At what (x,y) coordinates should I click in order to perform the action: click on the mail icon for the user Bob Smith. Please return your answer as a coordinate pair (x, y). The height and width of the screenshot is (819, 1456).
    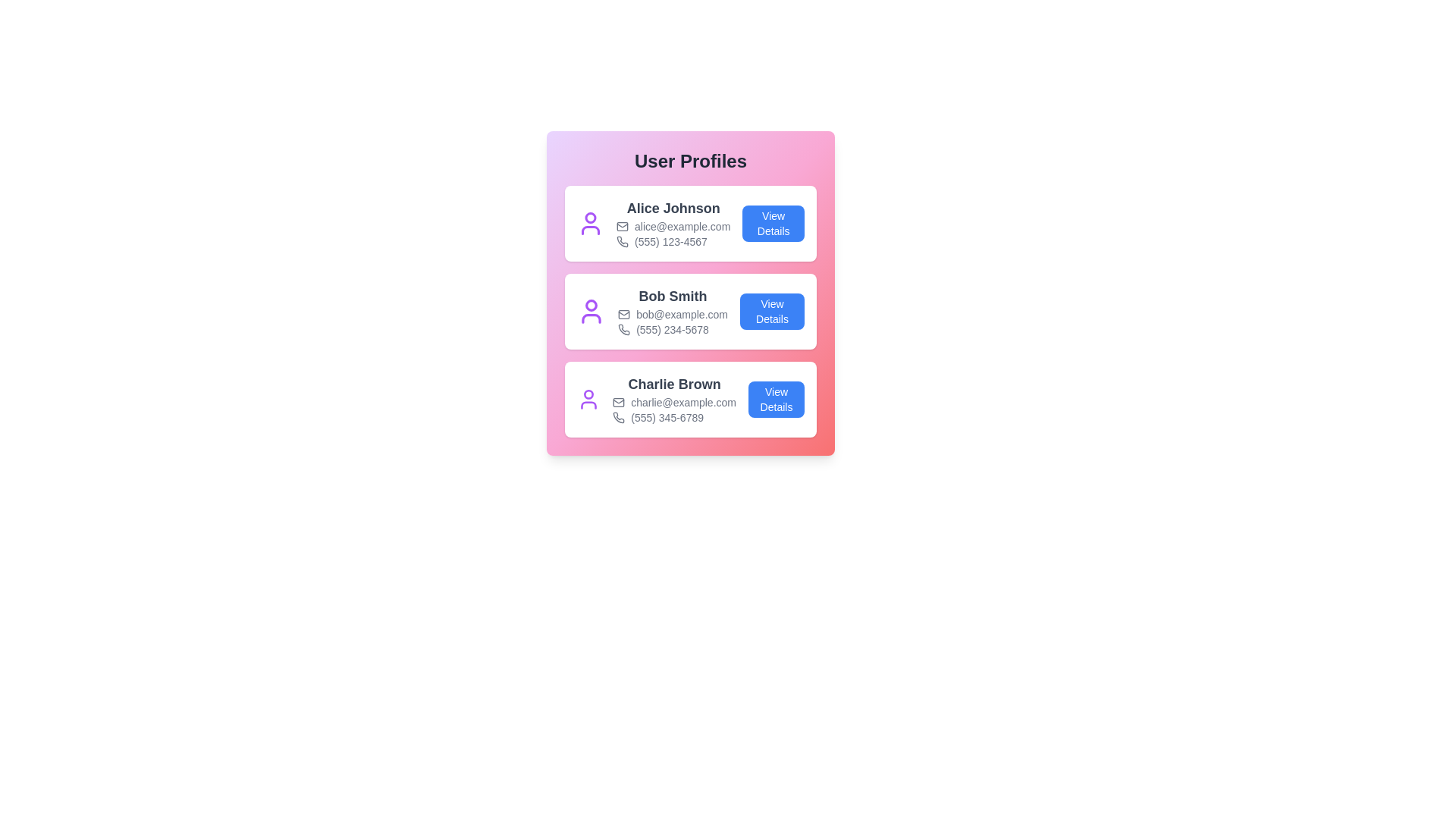
    Looking at the image, I should click on (623, 314).